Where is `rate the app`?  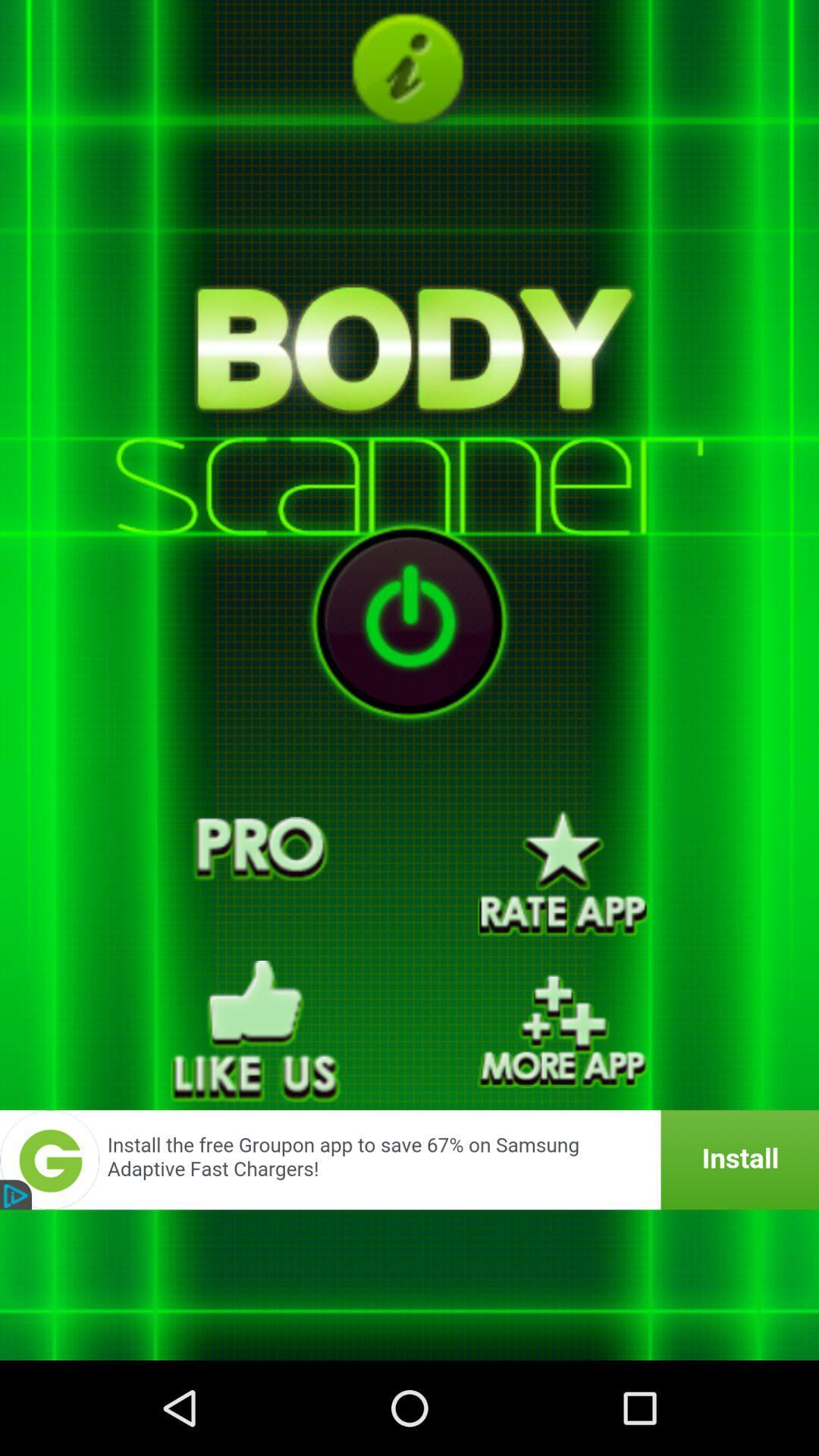
rate the app is located at coordinates (563, 874).